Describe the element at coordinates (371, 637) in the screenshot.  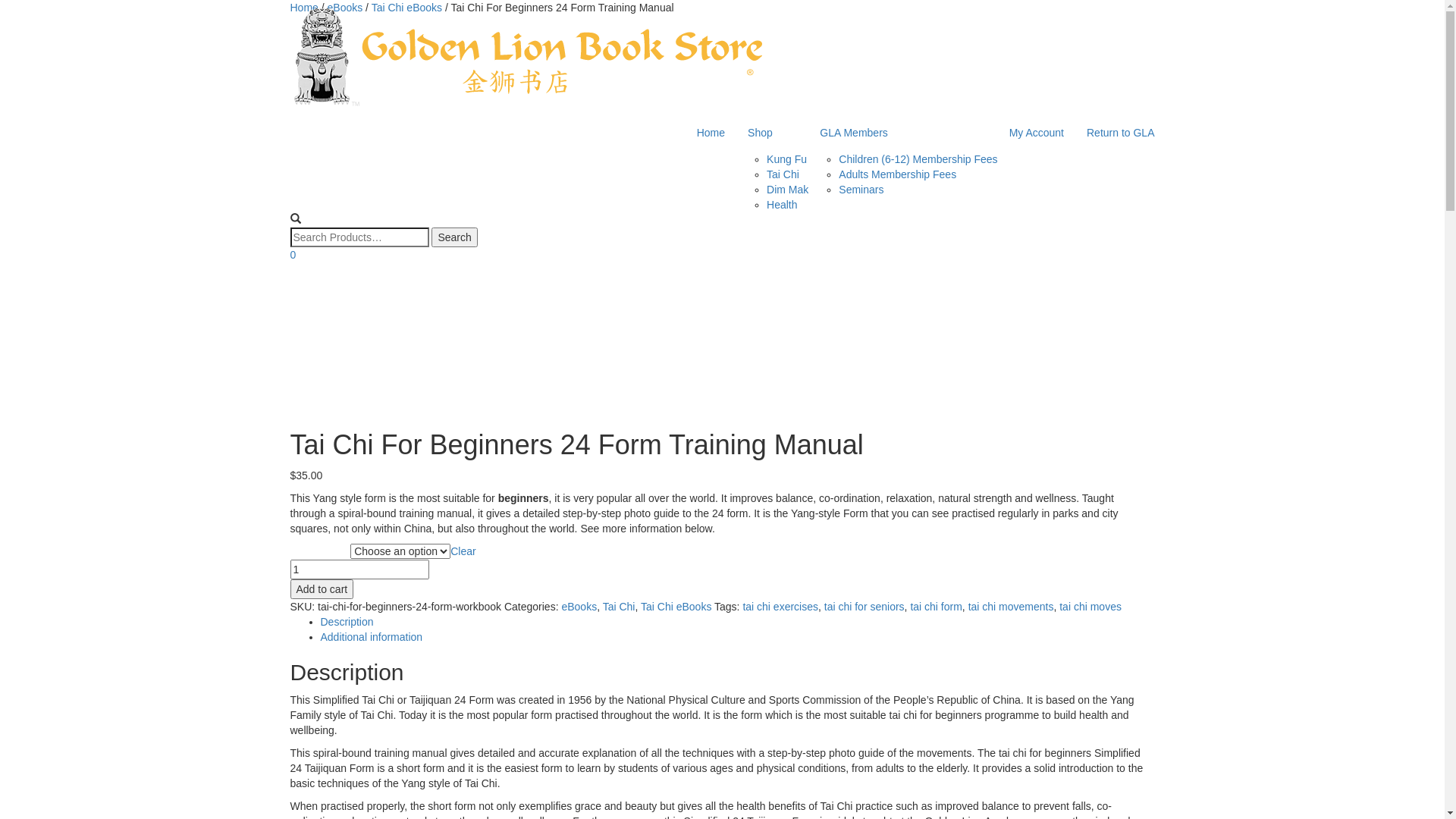
I see `'Additional information'` at that location.